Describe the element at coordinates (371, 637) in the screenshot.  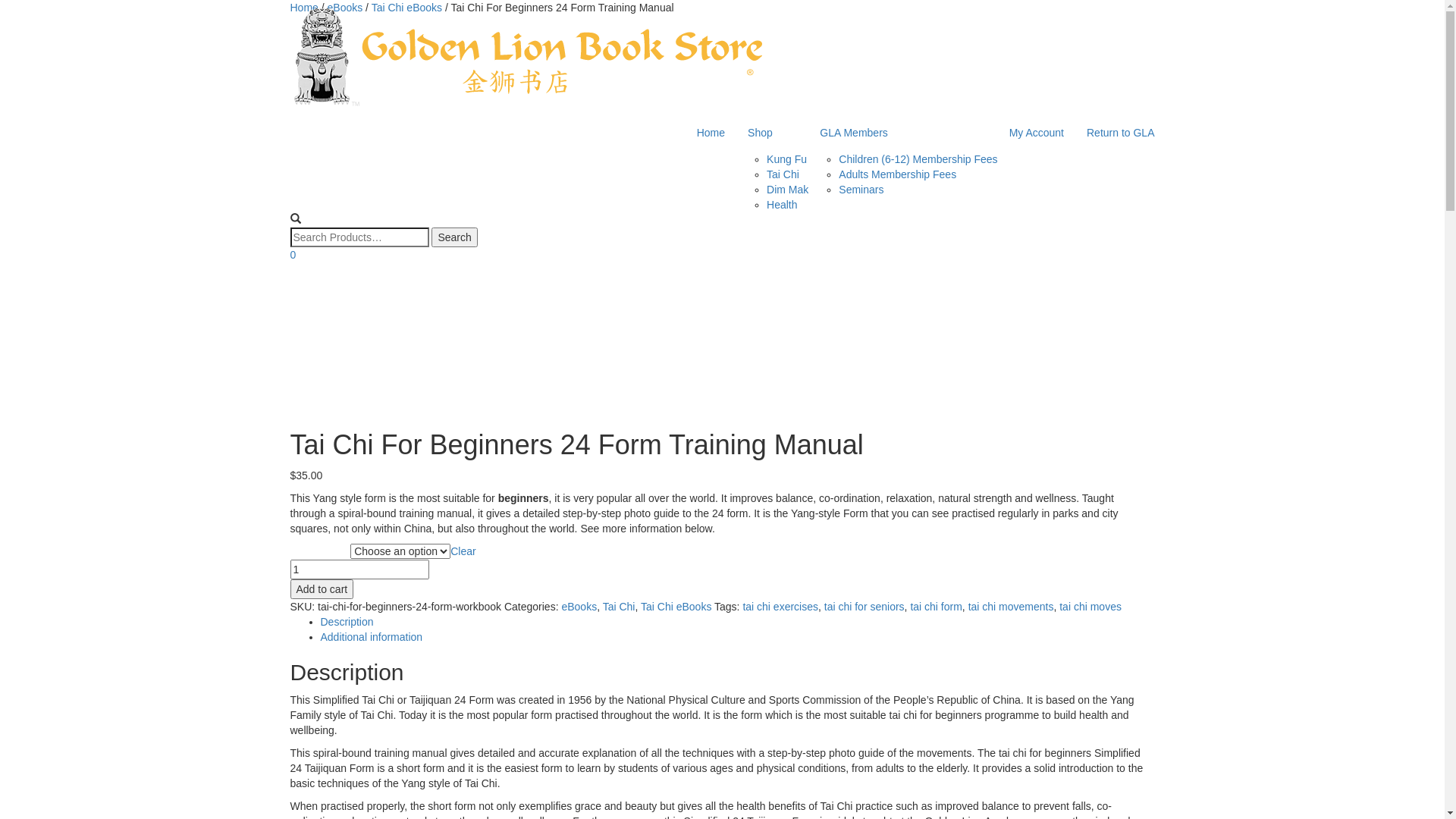
I see `'Additional information'` at that location.